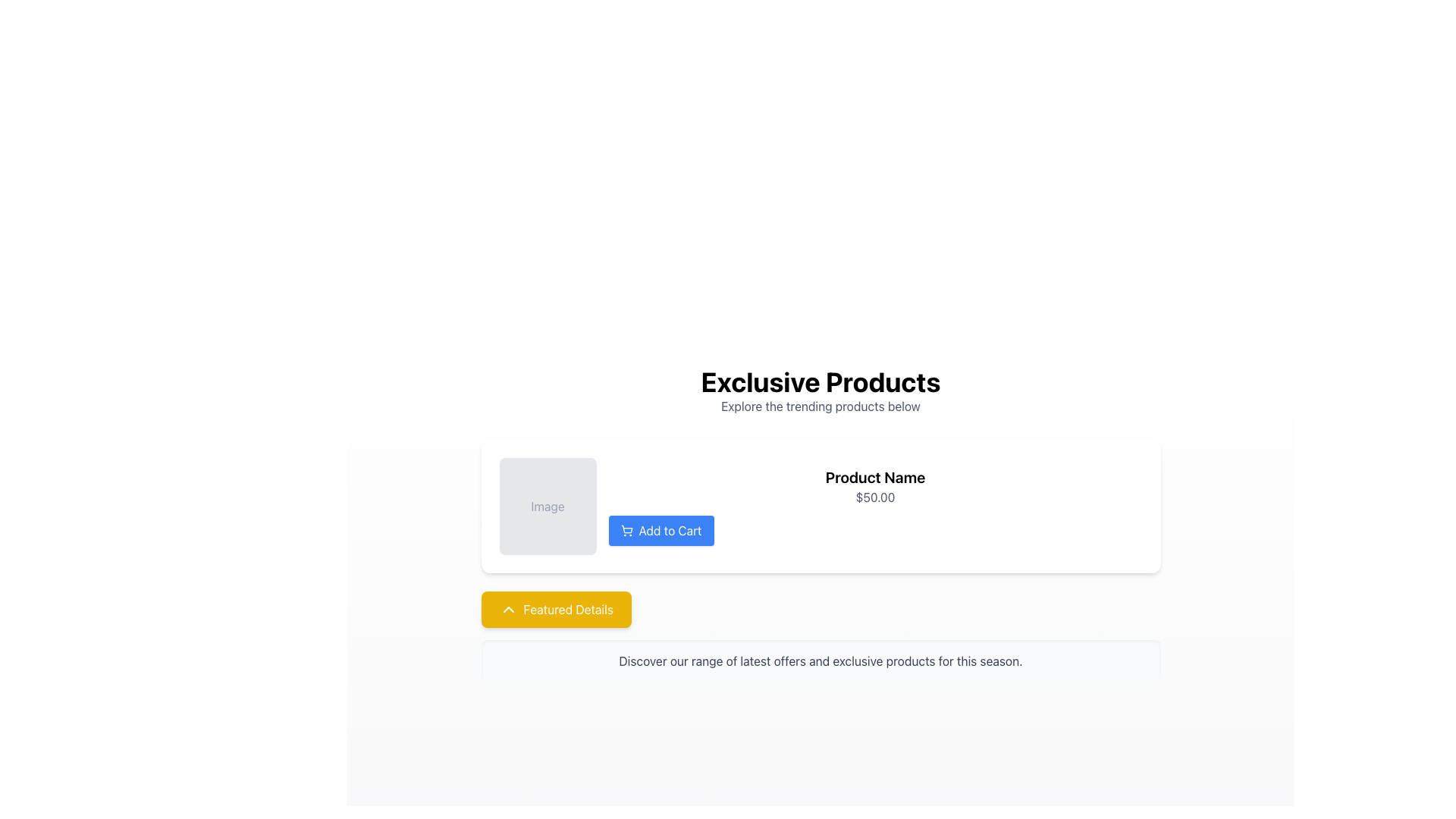 This screenshot has height=819, width=1456. Describe the element at coordinates (875, 497) in the screenshot. I see `the price display text label located within the product card, which is directly beneath the product title and above the 'Add to Cart' button` at that location.